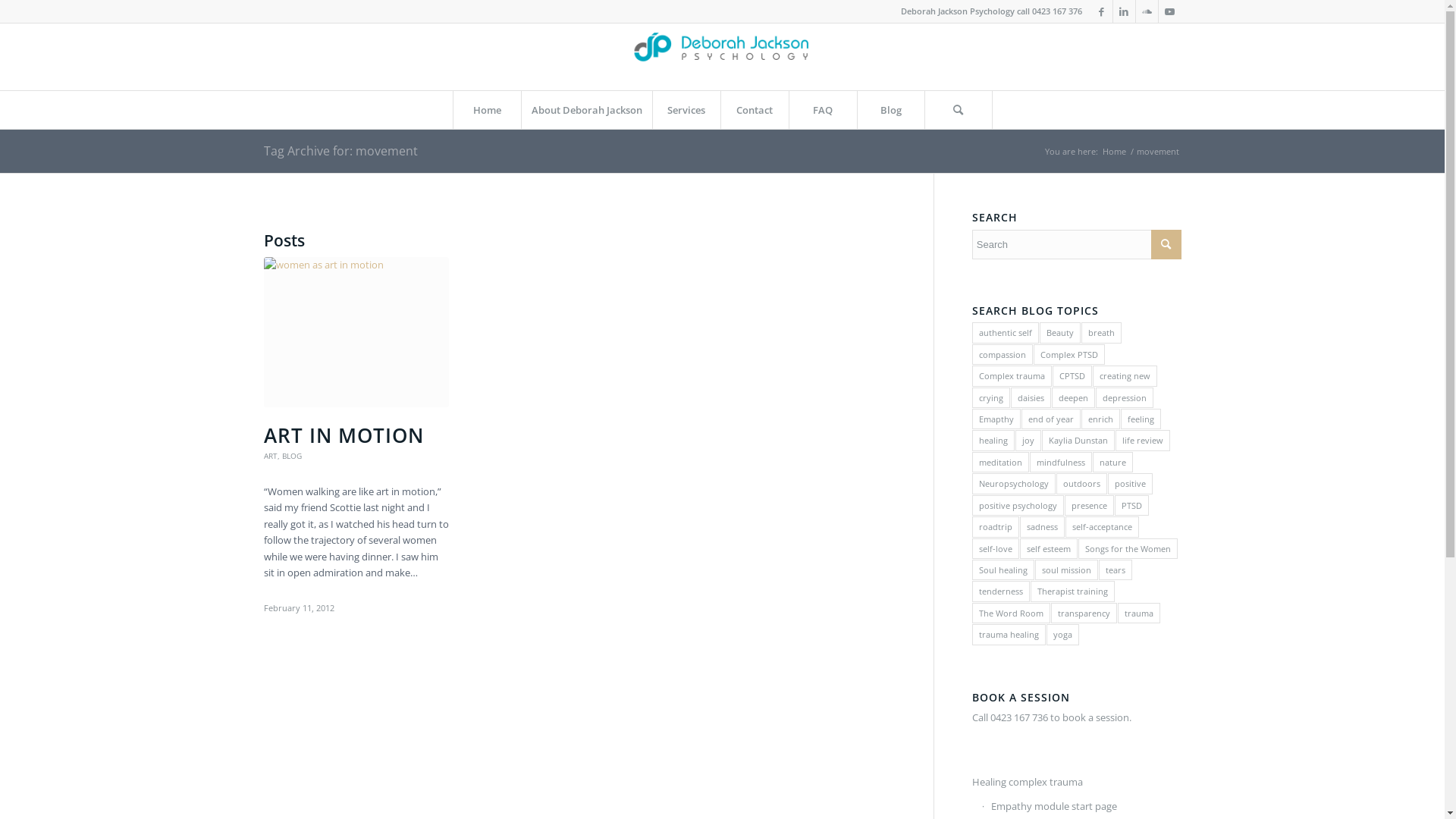 The height and width of the screenshot is (819, 1456). What do you see at coordinates (1062, 634) in the screenshot?
I see `'yoga'` at bounding box center [1062, 634].